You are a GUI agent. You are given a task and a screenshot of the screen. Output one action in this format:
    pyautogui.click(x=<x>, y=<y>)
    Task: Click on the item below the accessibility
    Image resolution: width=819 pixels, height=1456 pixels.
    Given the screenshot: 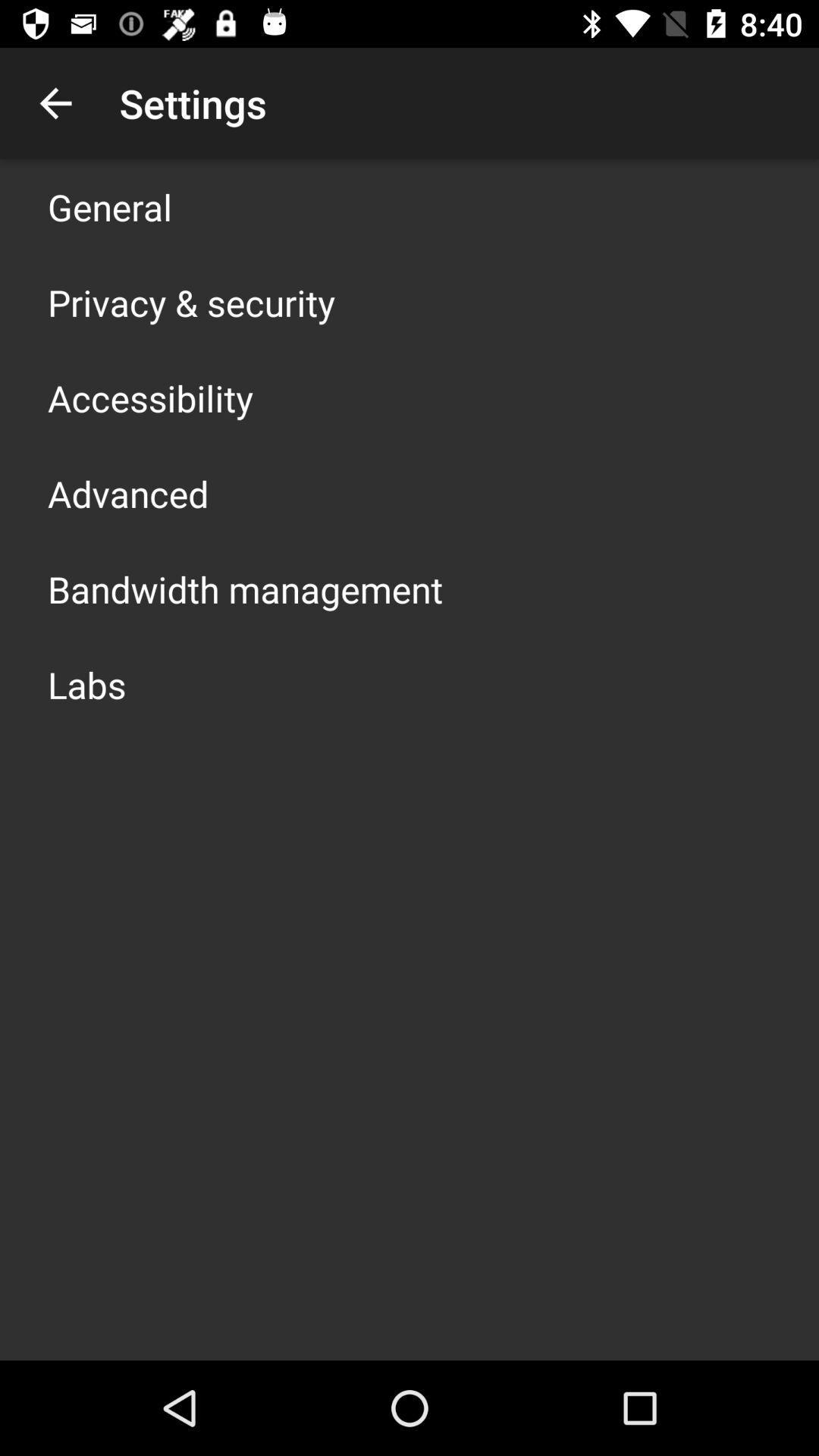 What is the action you would take?
    pyautogui.click(x=127, y=494)
    